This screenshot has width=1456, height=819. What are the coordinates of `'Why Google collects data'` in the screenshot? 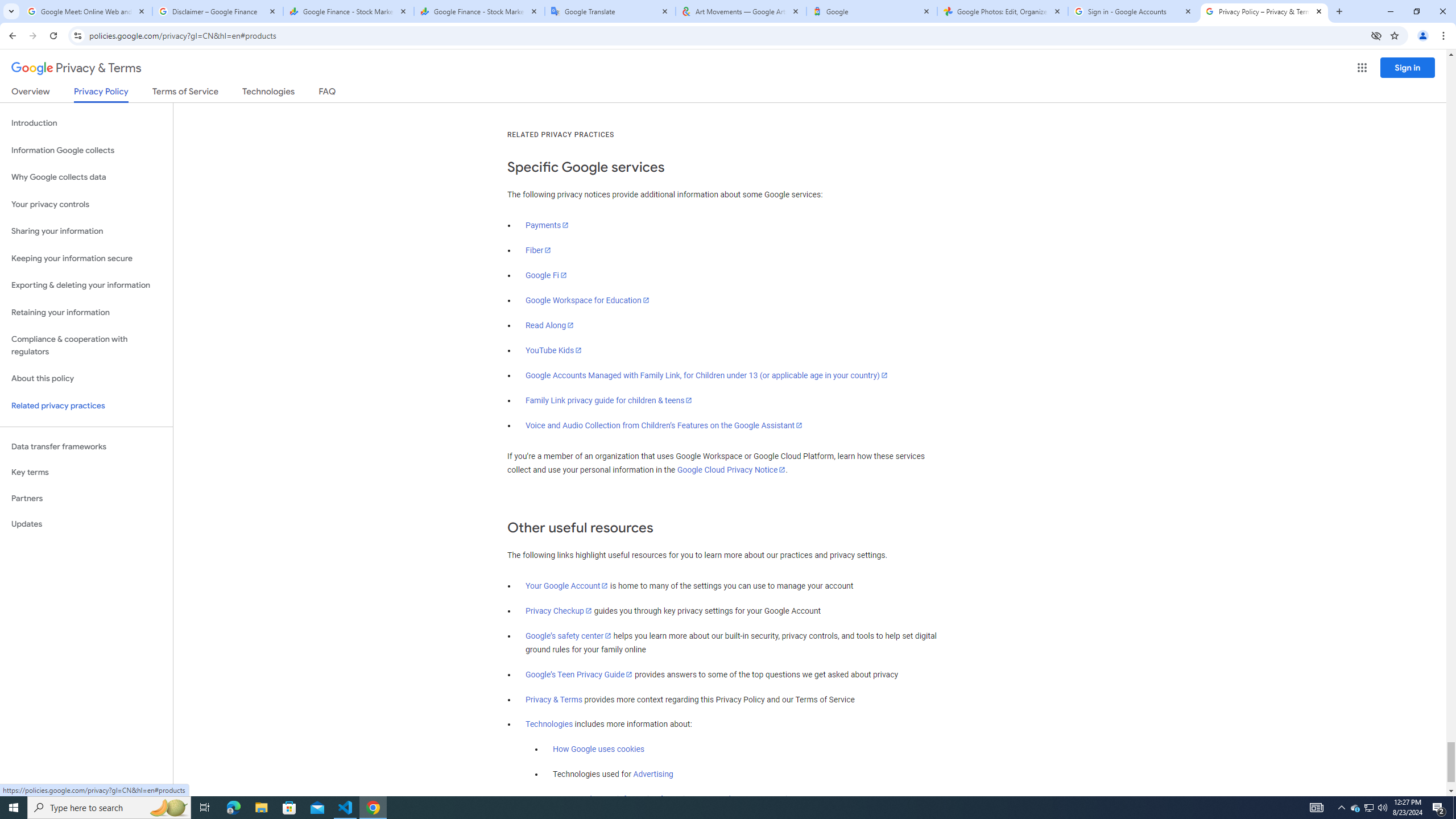 It's located at (86, 176).